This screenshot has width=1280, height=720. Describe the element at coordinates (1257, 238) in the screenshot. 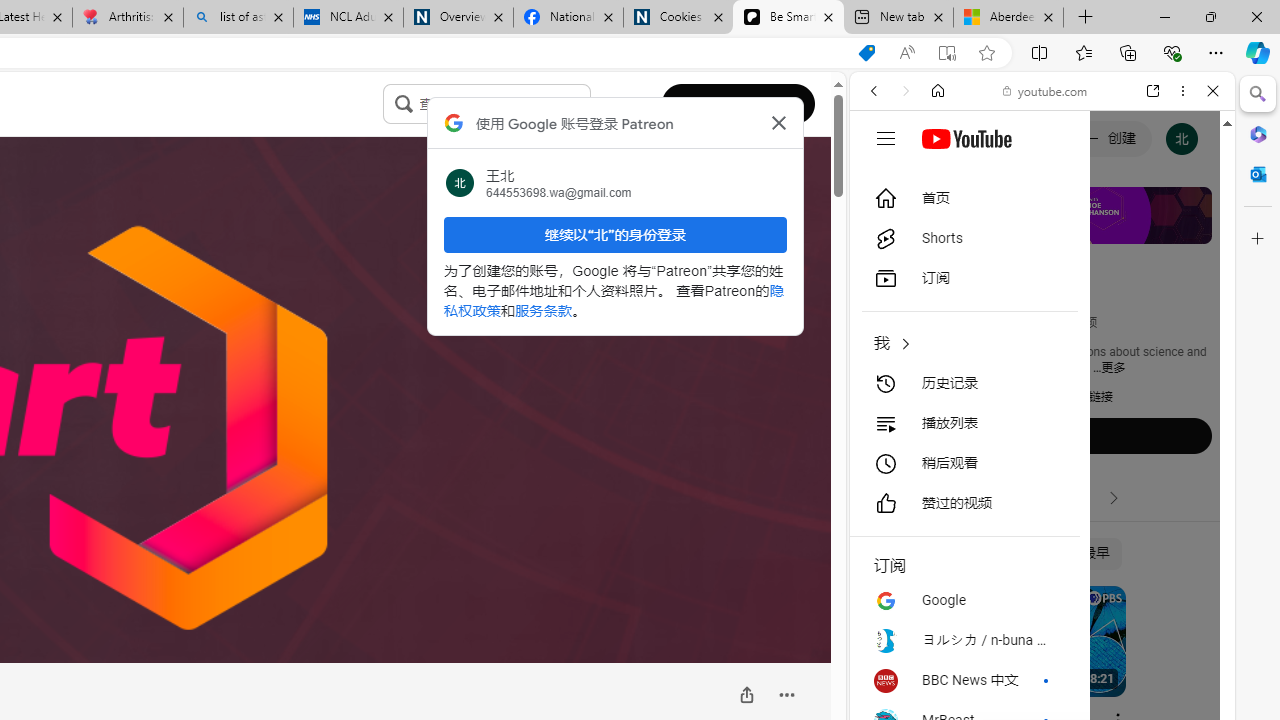

I see `'Close Customize pane'` at that location.